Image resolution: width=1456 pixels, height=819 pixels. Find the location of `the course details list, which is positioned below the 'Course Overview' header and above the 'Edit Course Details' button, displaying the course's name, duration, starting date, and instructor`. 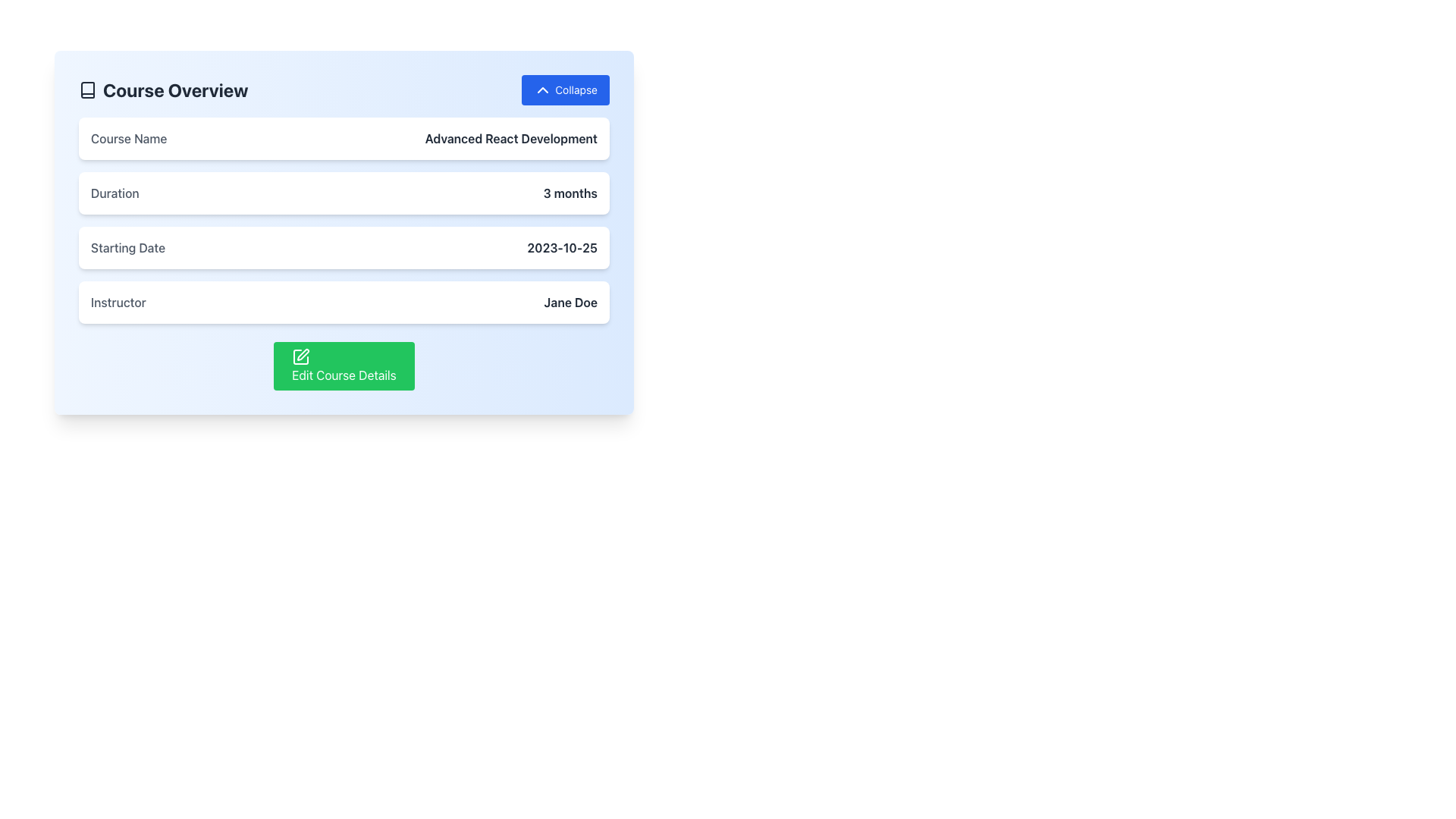

the course details list, which is positioned below the 'Course Overview' header and above the 'Edit Course Details' button, displaying the course's name, duration, starting date, and instructor is located at coordinates (344, 220).